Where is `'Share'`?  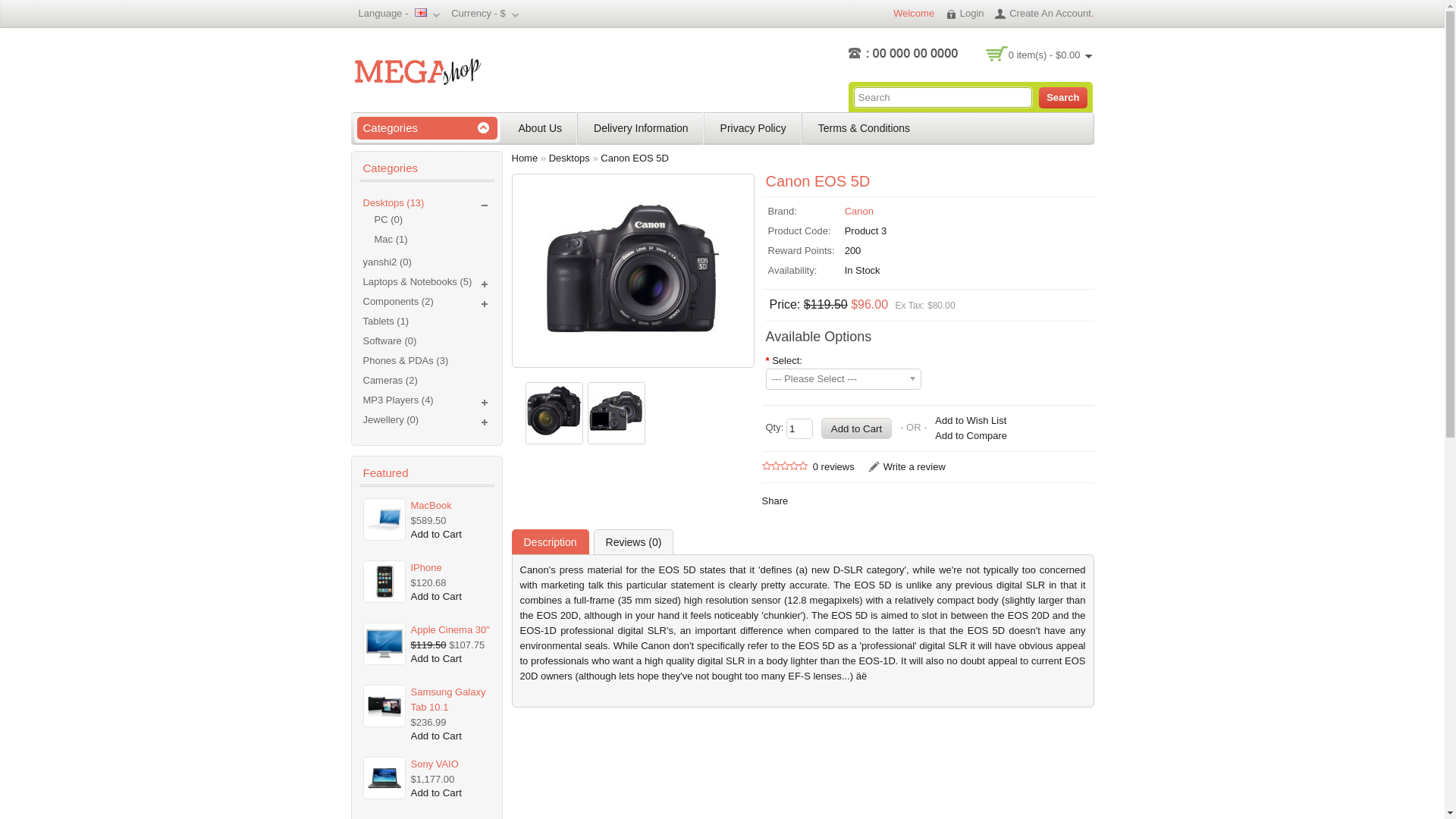 'Share' is located at coordinates (774, 500).